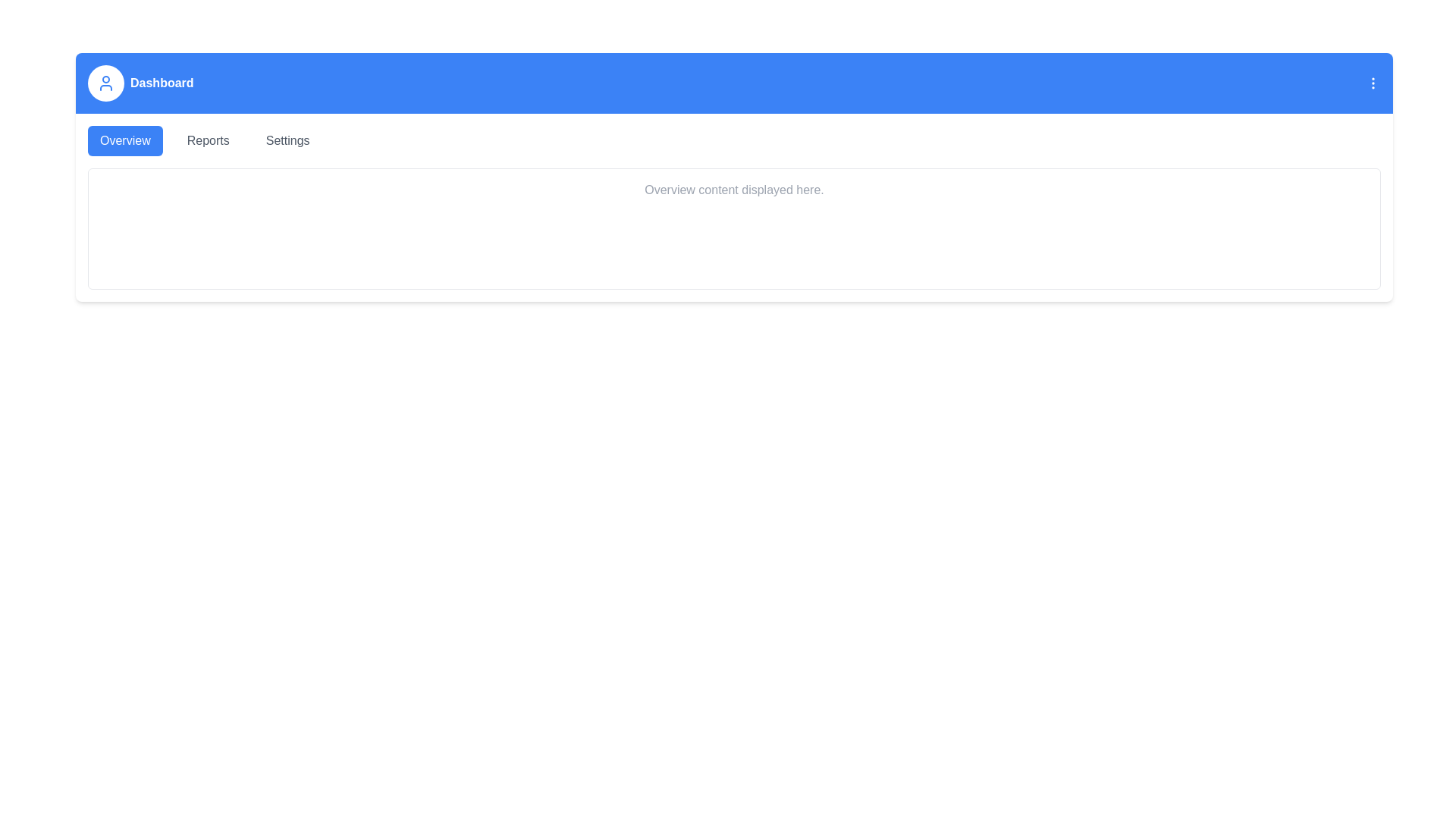  What do you see at coordinates (162, 83) in the screenshot?
I see `the bold 'Dashboard' text label located in the navigation bar, positioned to the right of the user profile icon` at bounding box center [162, 83].